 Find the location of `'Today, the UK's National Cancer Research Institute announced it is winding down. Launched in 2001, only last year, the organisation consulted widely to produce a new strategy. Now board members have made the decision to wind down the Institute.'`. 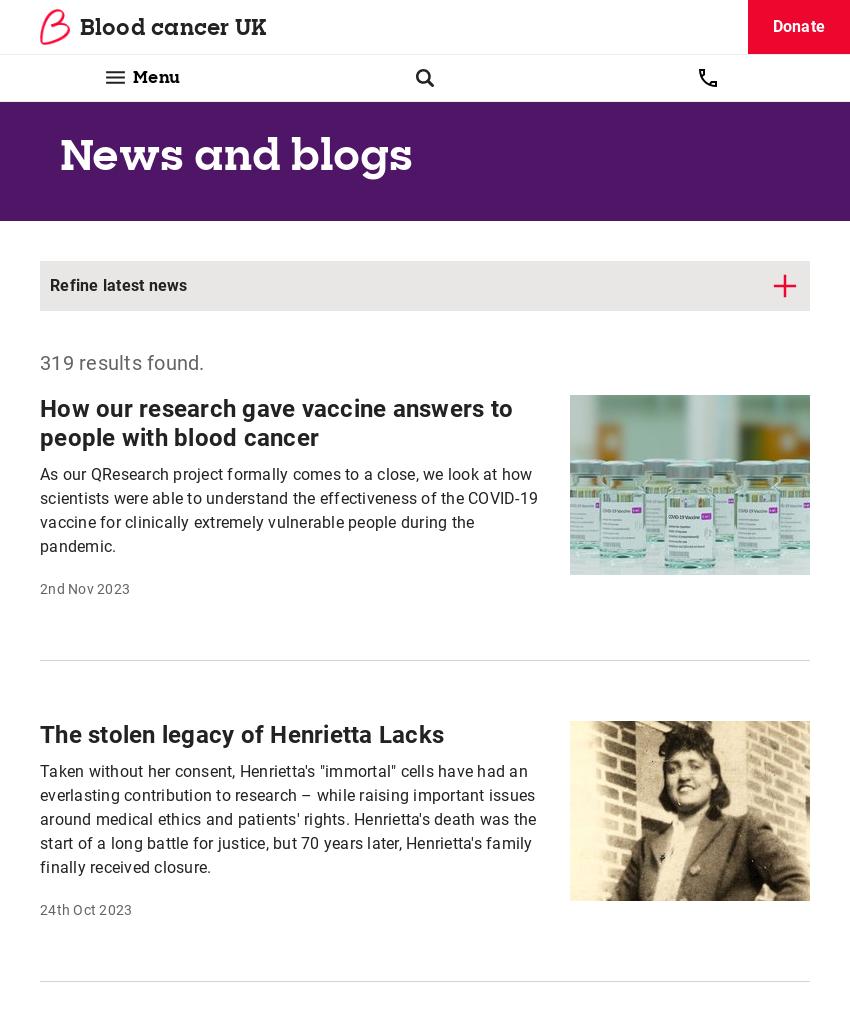

'Today, the UK's National Cancer Research Institute announced it is winding down. Launched in 2001, only last year, the organisation consulted widely to produce a new strategy. Now board members have made the decision to wind down the Institute.' is located at coordinates (39, 481).